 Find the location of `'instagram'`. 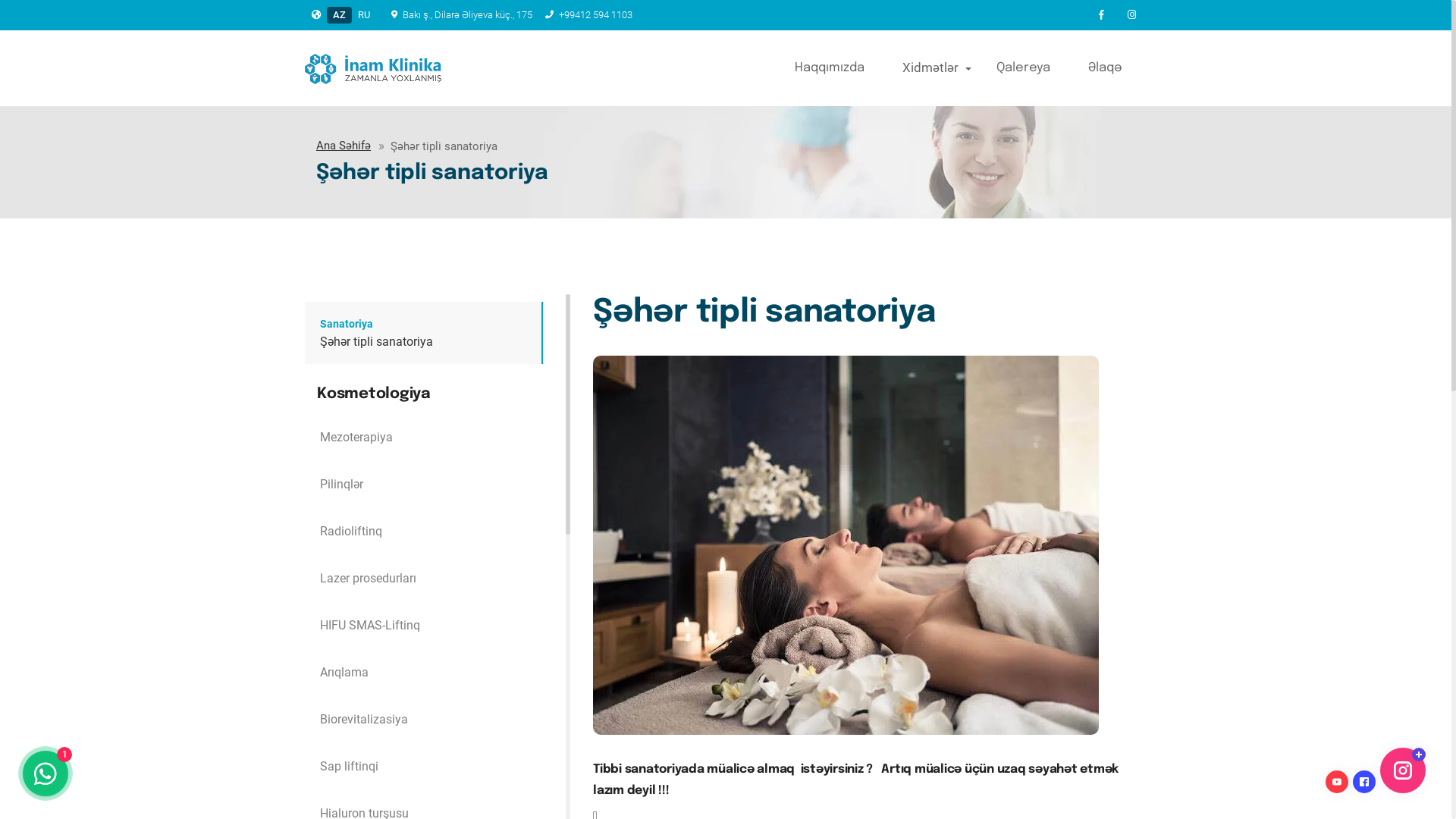

'instagram' is located at coordinates (1116, 14).